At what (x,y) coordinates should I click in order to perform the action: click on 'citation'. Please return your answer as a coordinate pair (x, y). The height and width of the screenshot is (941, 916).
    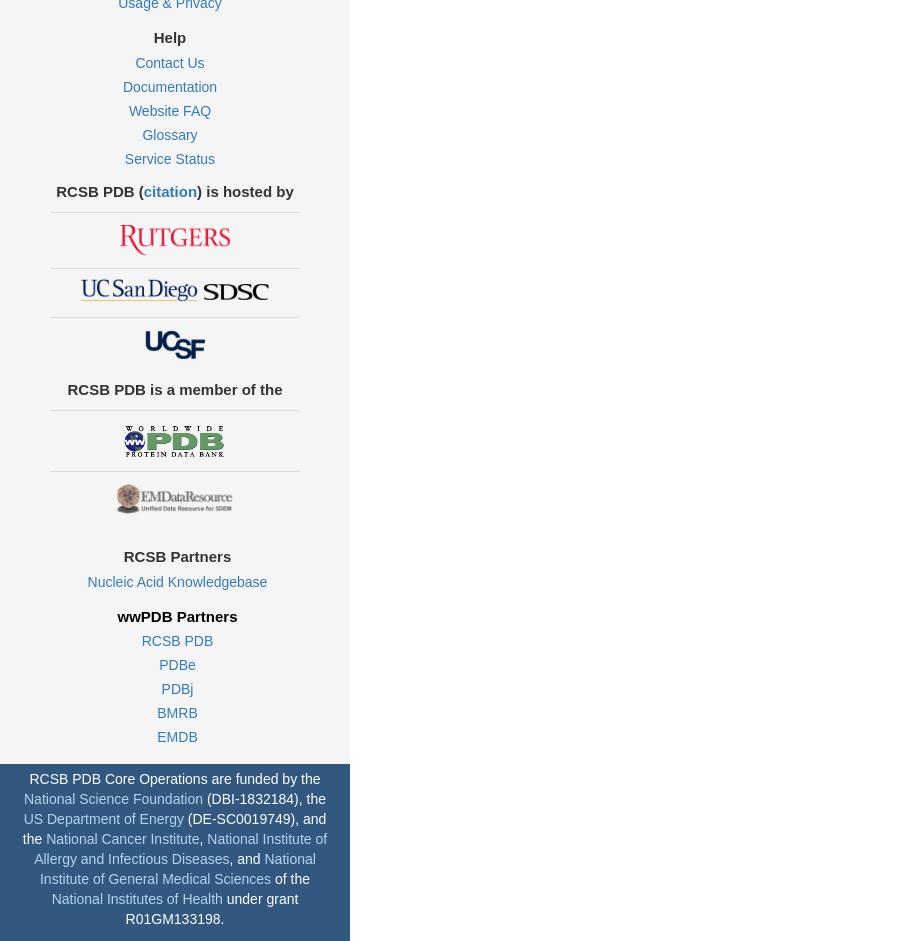
    Looking at the image, I should click on (142, 190).